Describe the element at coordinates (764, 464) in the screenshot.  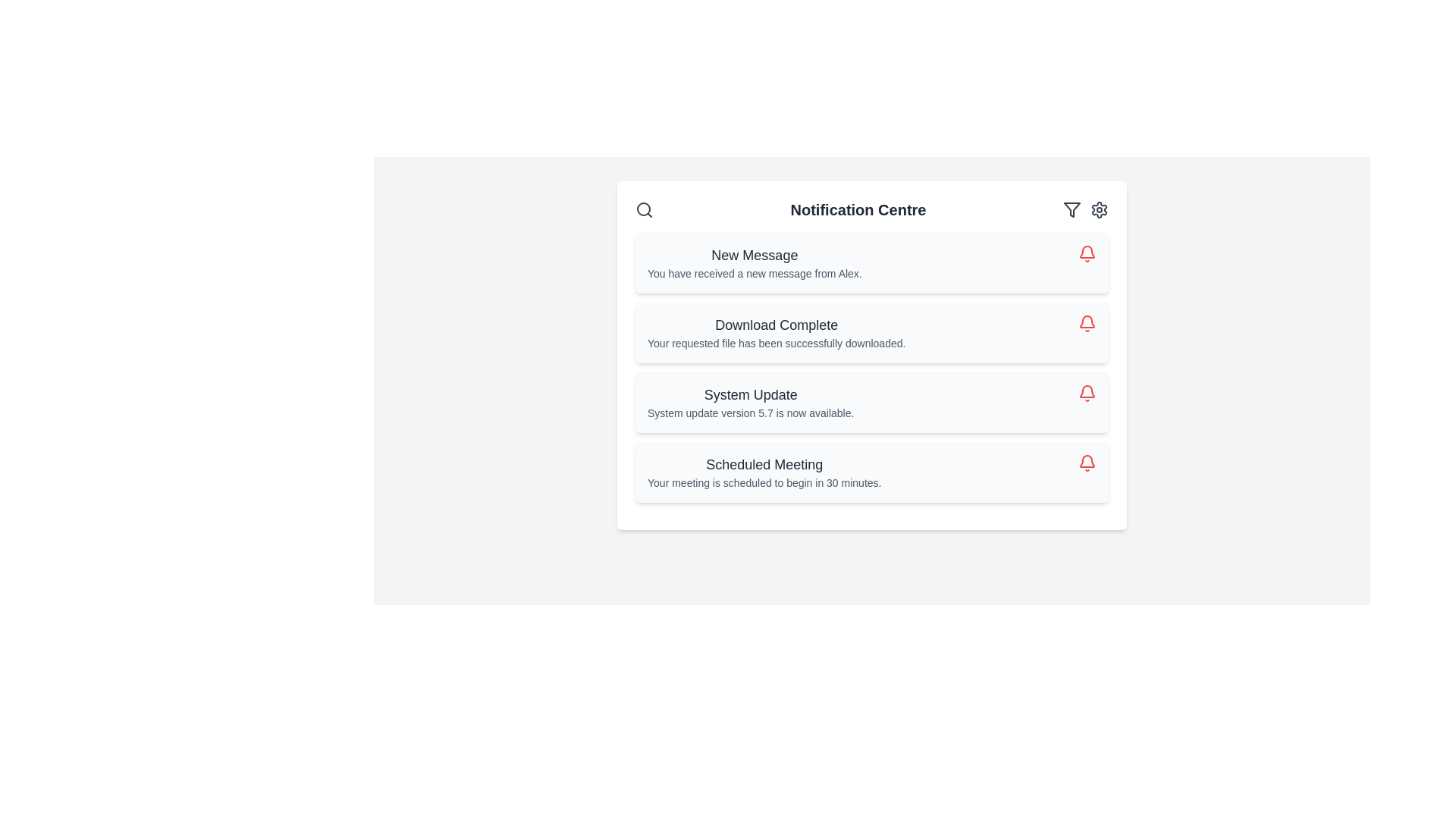
I see `the text block displaying 'Scheduled Meeting', which is styled in a large and bold dark gray font, located at the bottom of a list of notifications` at that location.